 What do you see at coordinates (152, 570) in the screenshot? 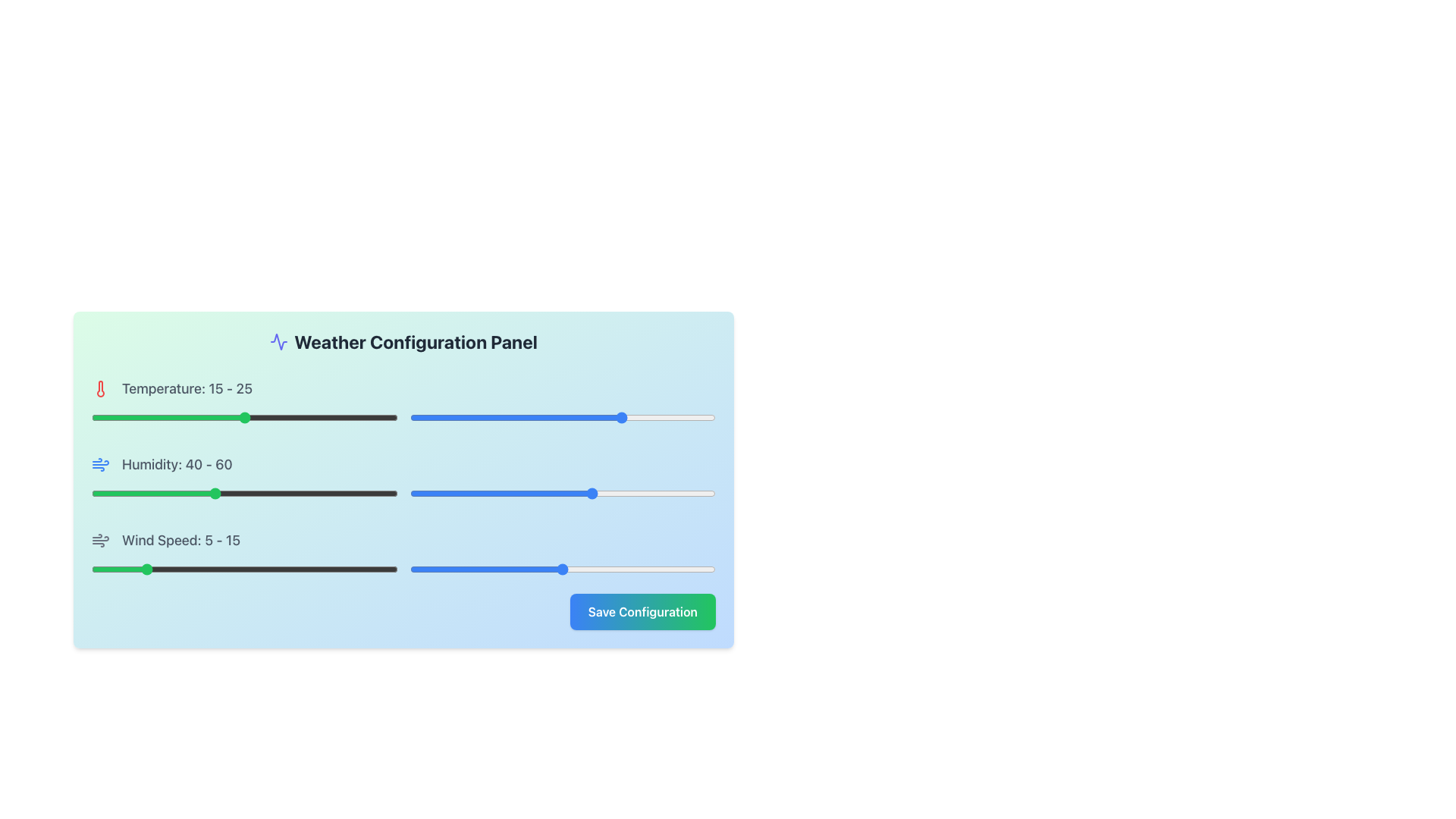
I see `the wind speed` at bounding box center [152, 570].